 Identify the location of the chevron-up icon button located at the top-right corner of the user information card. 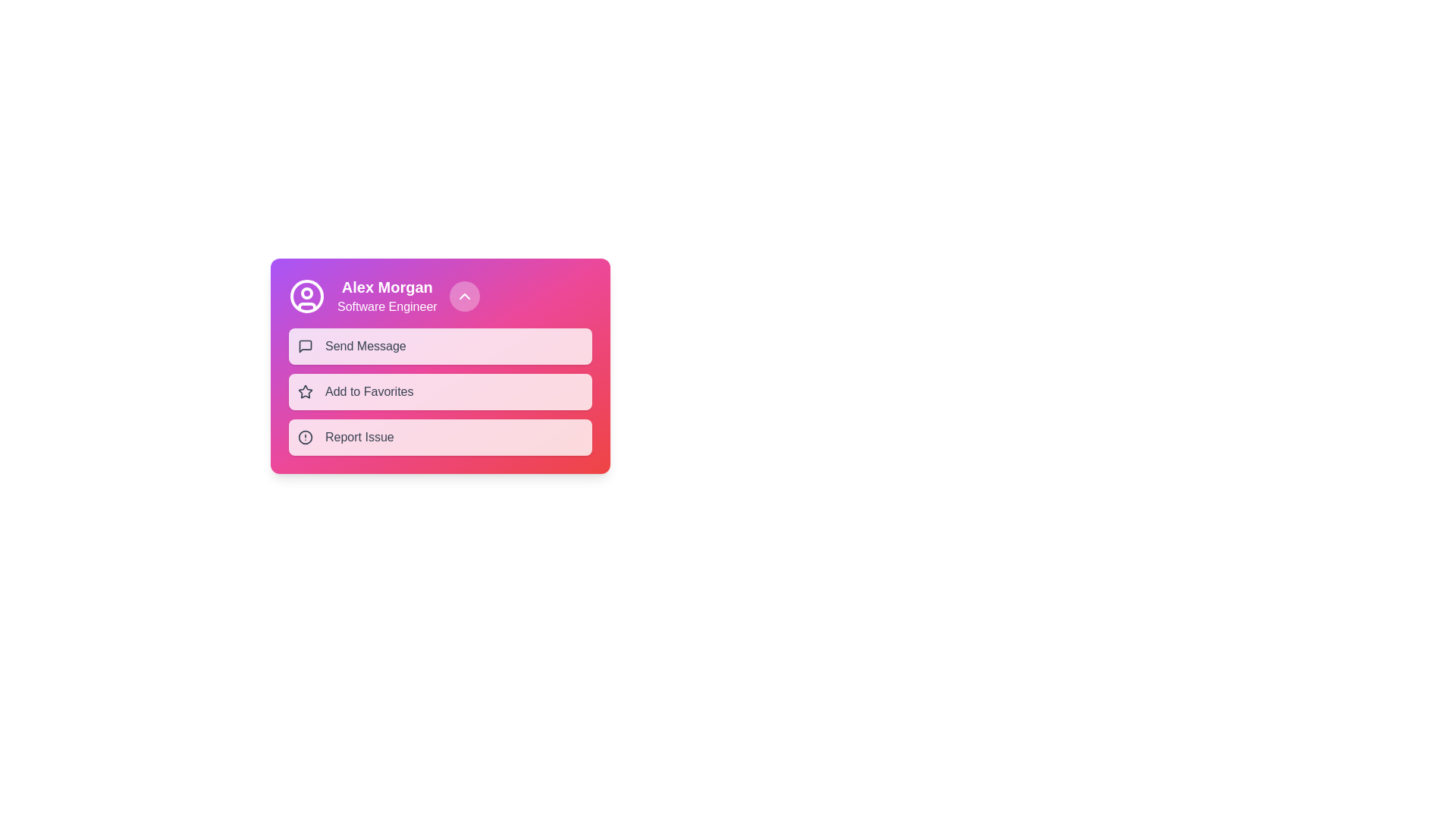
(463, 296).